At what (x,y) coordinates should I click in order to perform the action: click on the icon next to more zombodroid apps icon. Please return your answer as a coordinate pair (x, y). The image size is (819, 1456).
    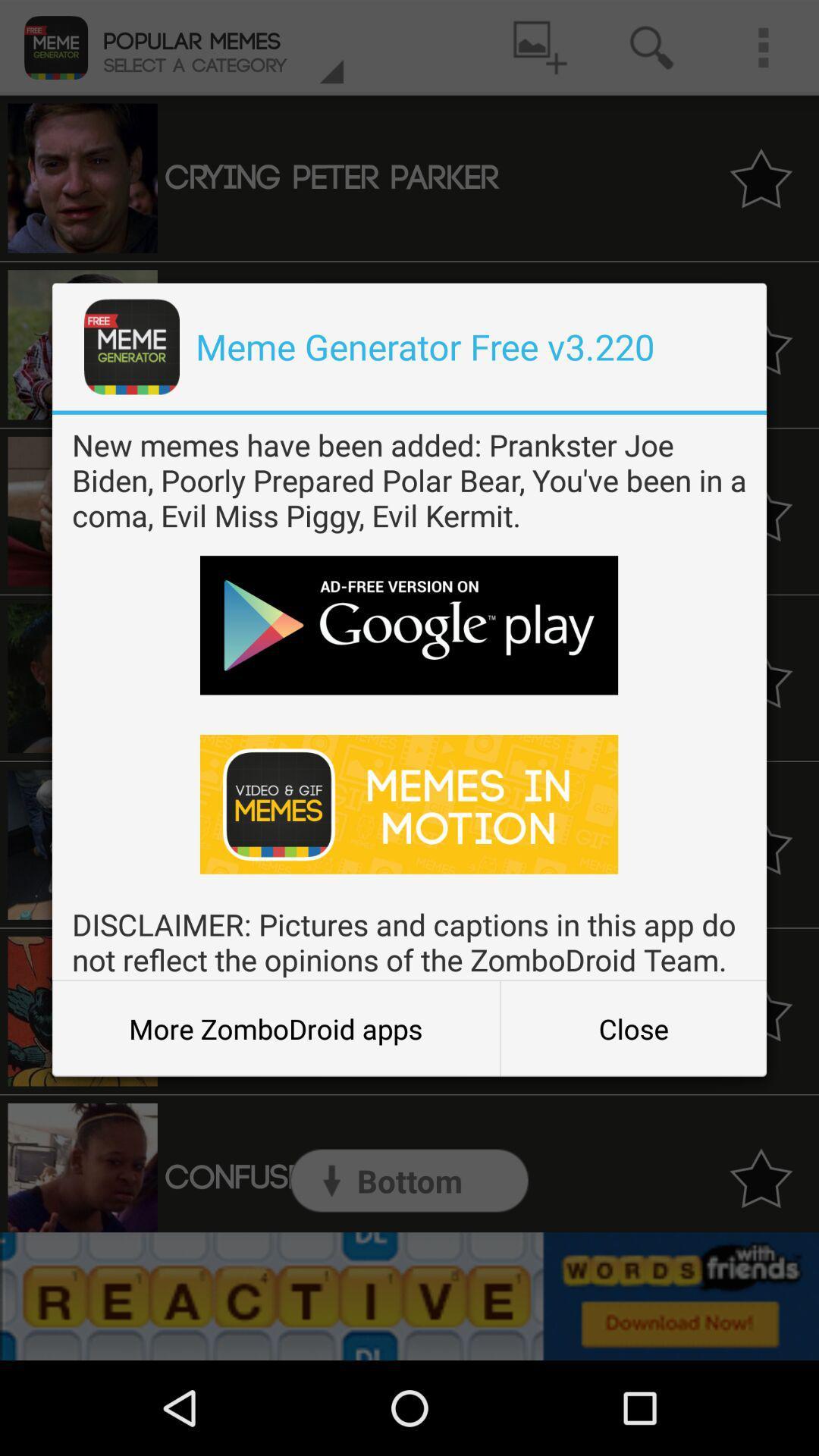
    Looking at the image, I should click on (633, 1028).